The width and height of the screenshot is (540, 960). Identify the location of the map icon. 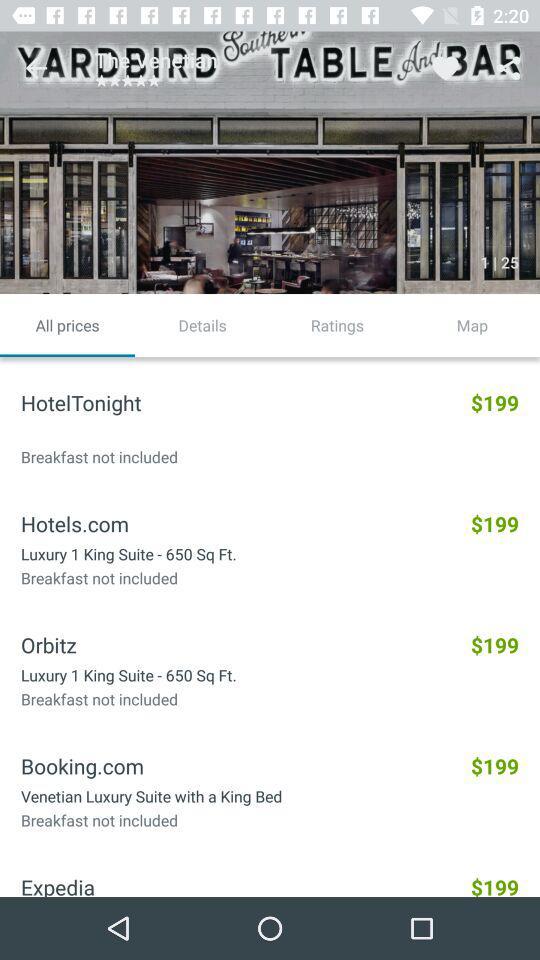
(472, 325).